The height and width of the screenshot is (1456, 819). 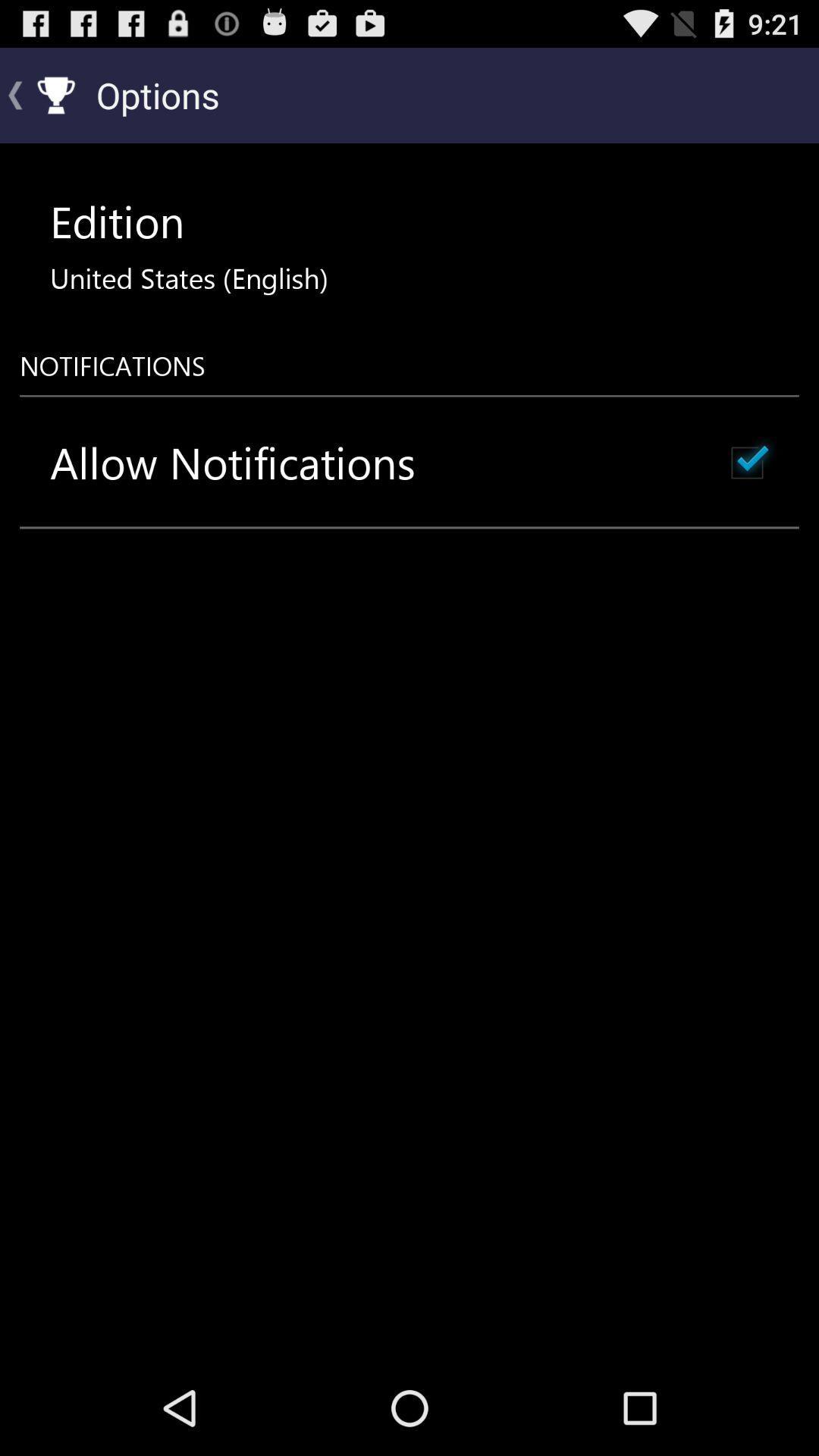 What do you see at coordinates (746, 462) in the screenshot?
I see `the item below notifications item` at bounding box center [746, 462].